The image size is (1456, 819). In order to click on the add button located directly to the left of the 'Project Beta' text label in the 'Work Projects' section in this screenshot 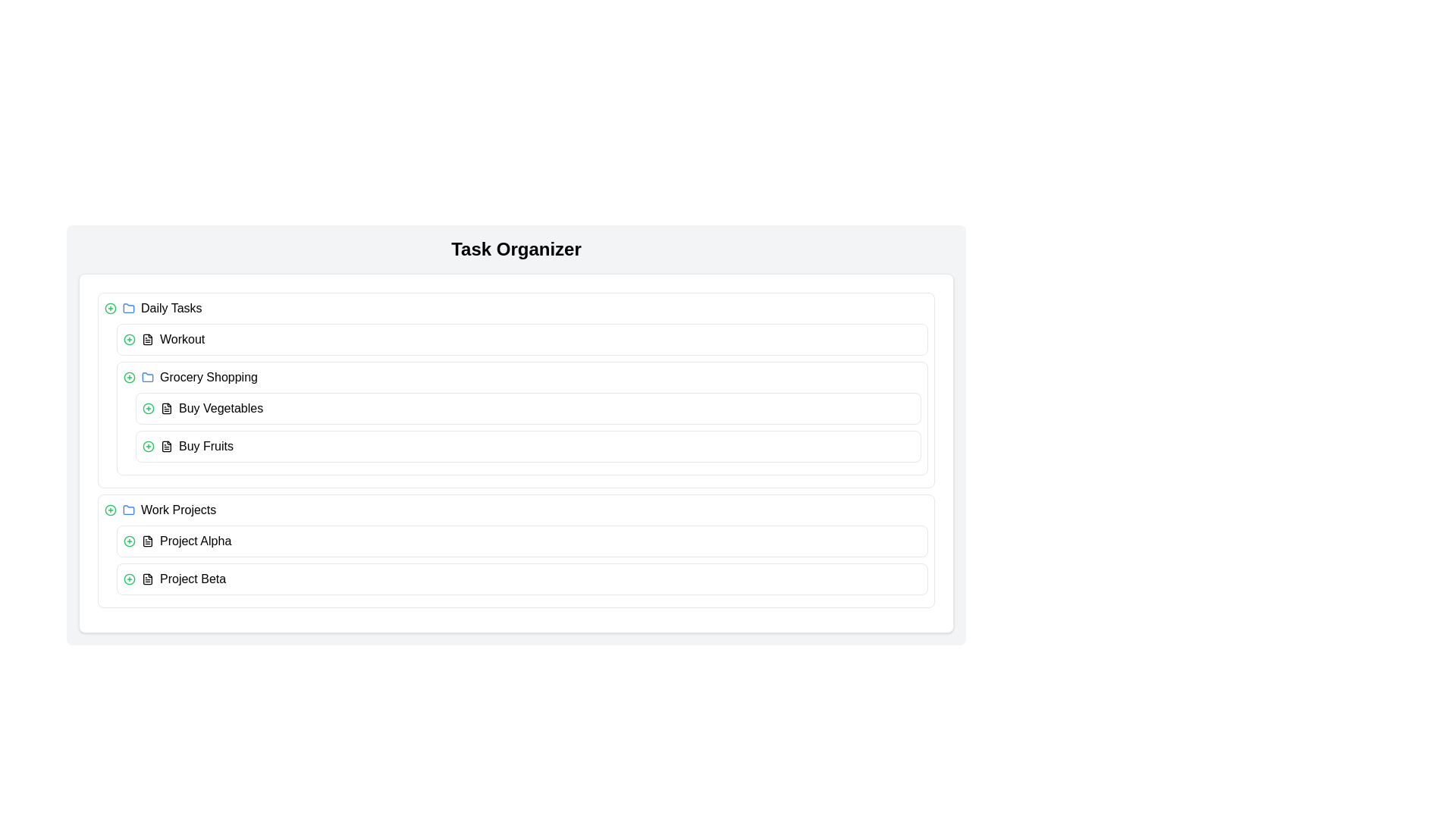, I will do `click(130, 579)`.